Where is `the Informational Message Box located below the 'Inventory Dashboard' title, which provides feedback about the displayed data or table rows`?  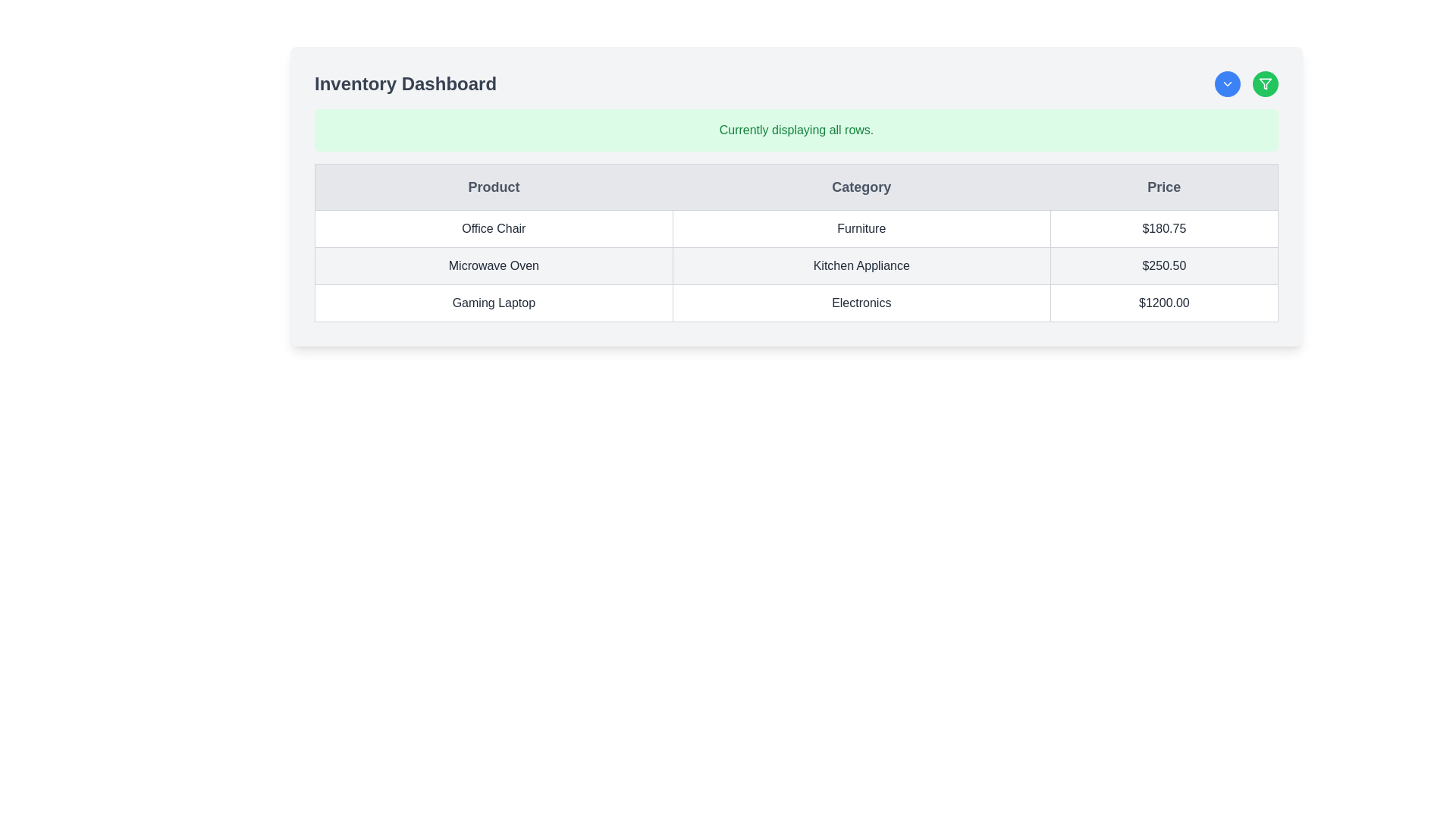 the Informational Message Box located below the 'Inventory Dashboard' title, which provides feedback about the displayed data or table rows is located at coordinates (795, 130).